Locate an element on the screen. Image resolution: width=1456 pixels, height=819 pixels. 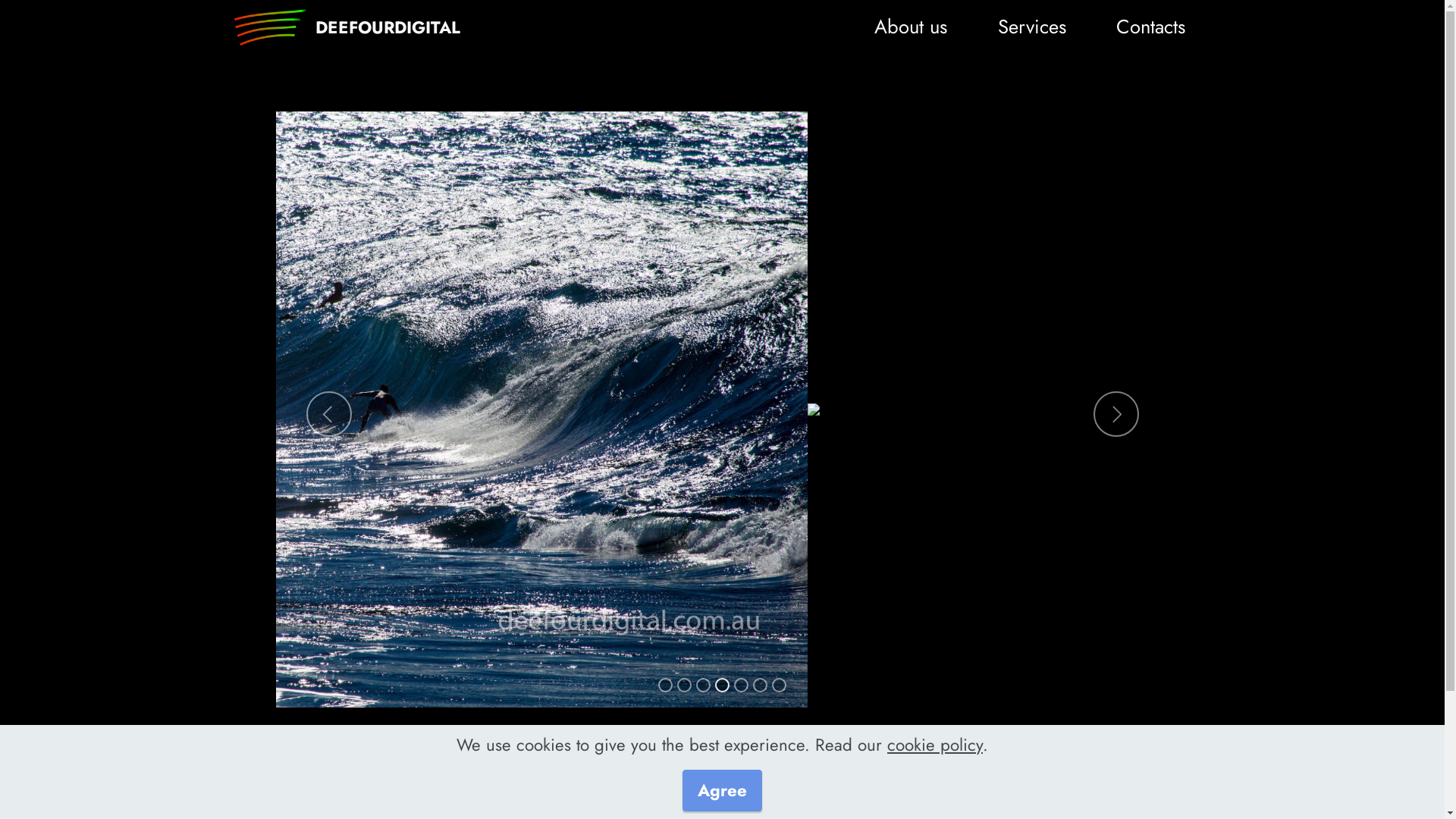
'Services' is located at coordinates (992, 27).